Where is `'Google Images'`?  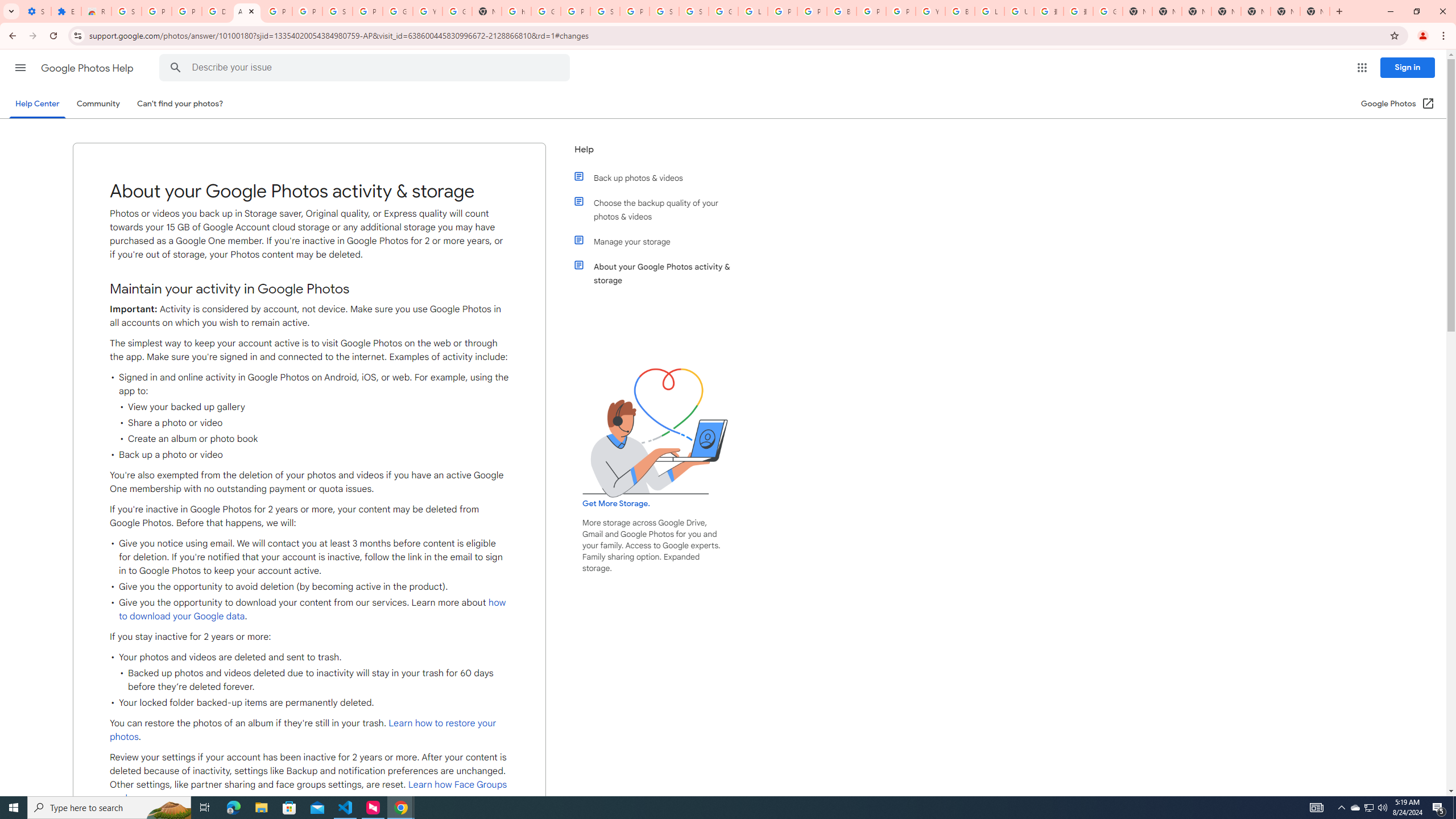 'Google Images' is located at coordinates (1108, 11).